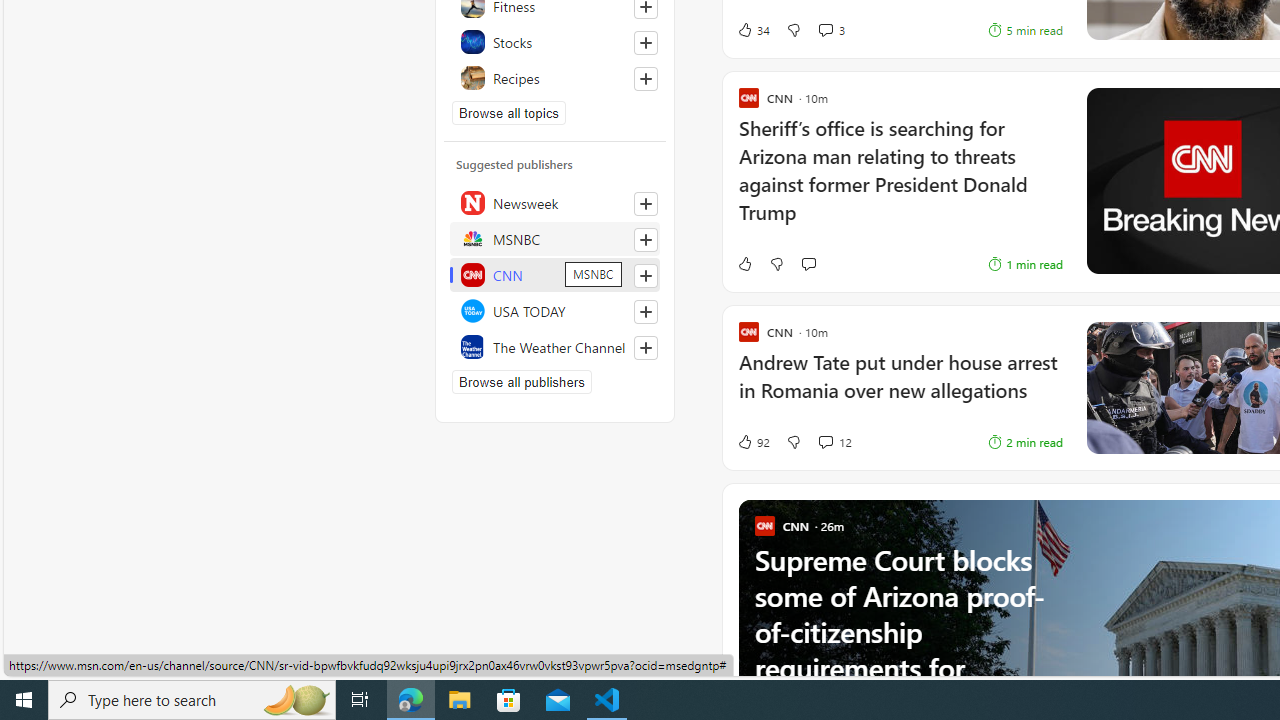 Image resolution: width=1280 pixels, height=720 pixels. What do you see at coordinates (555, 42) in the screenshot?
I see `'Stocks'` at bounding box center [555, 42].